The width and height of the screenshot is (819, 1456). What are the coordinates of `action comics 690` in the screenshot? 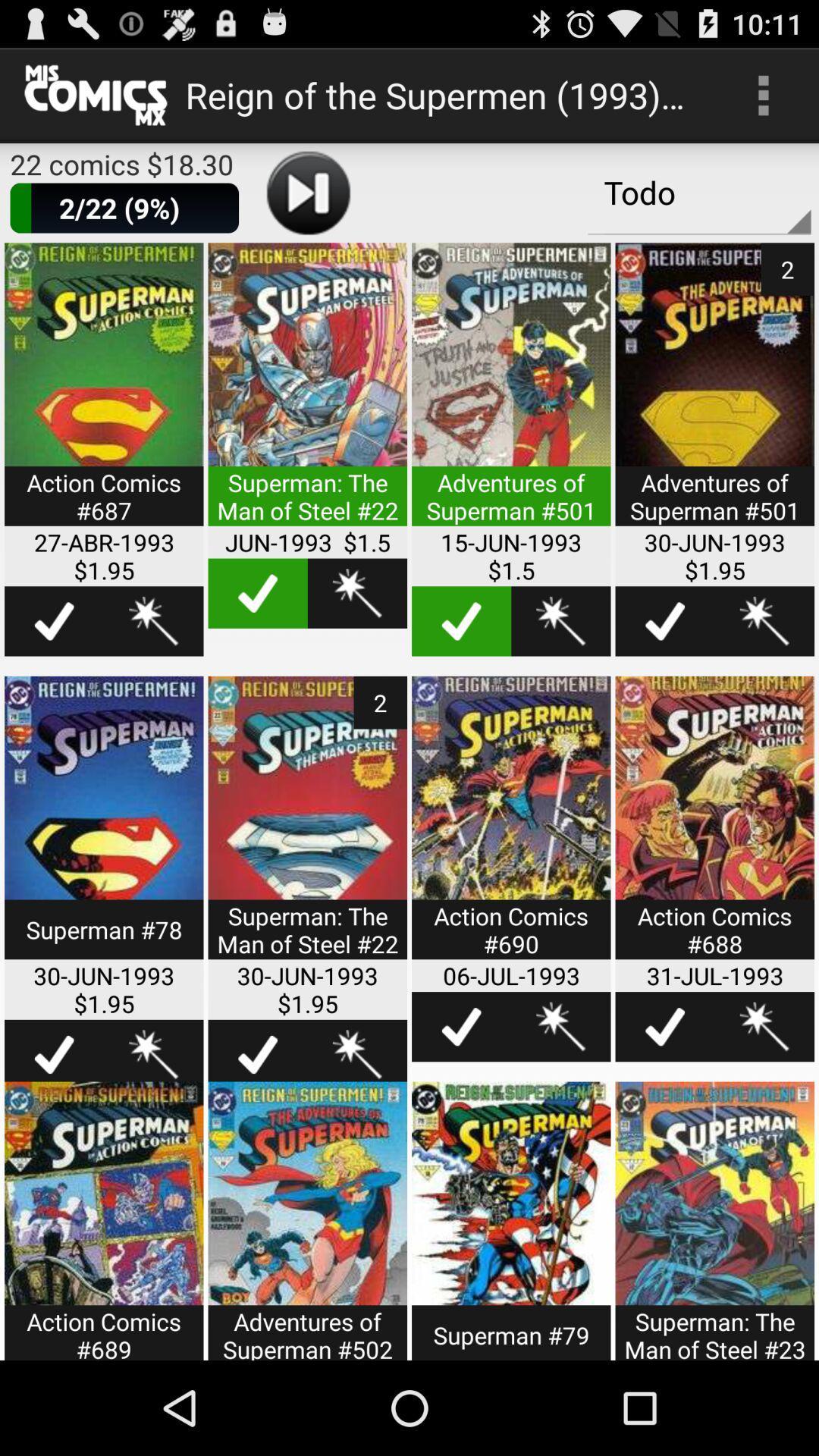 It's located at (511, 827).